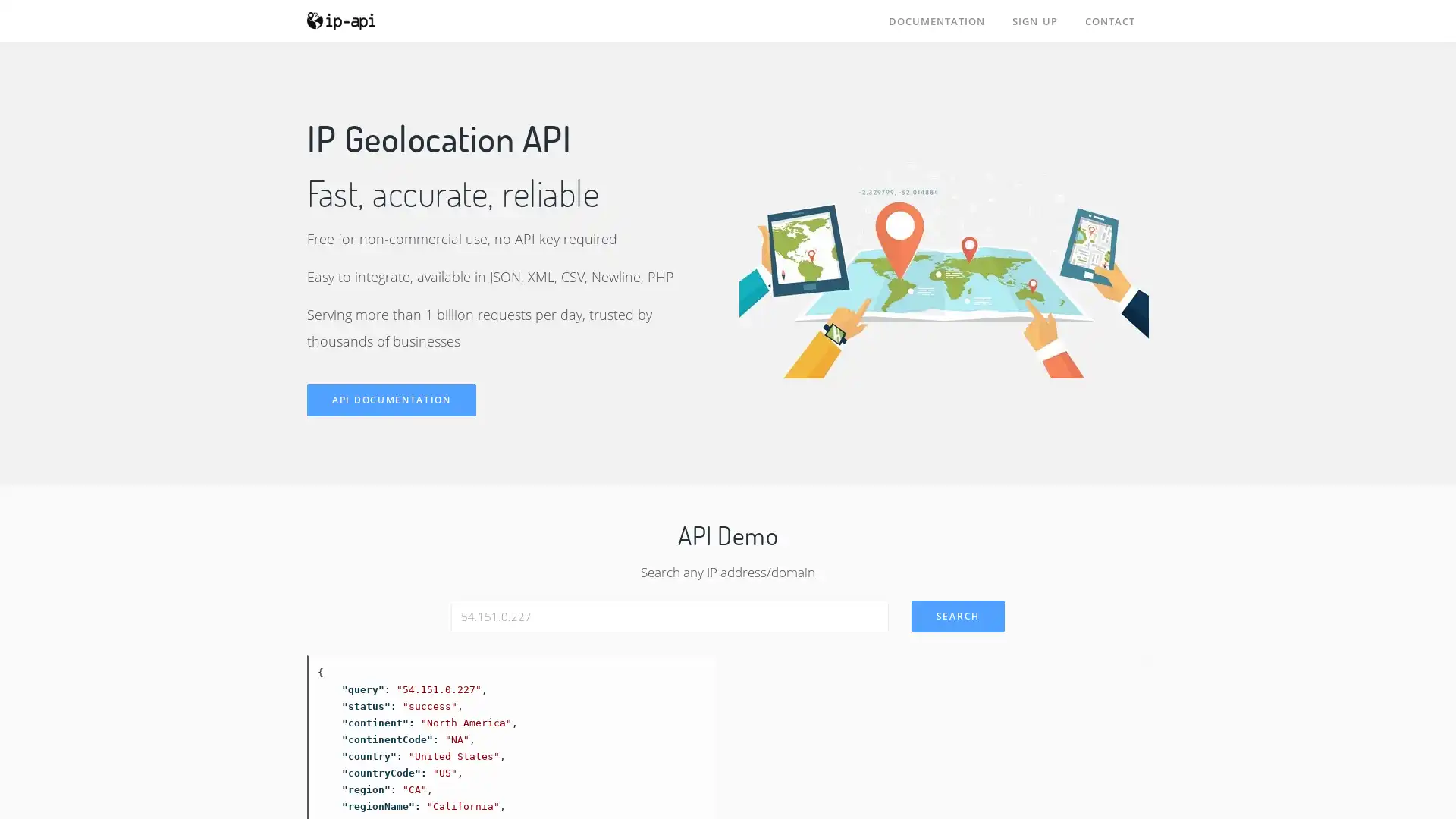  Describe the element at coordinates (956, 616) in the screenshot. I see `SEARCH` at that location.